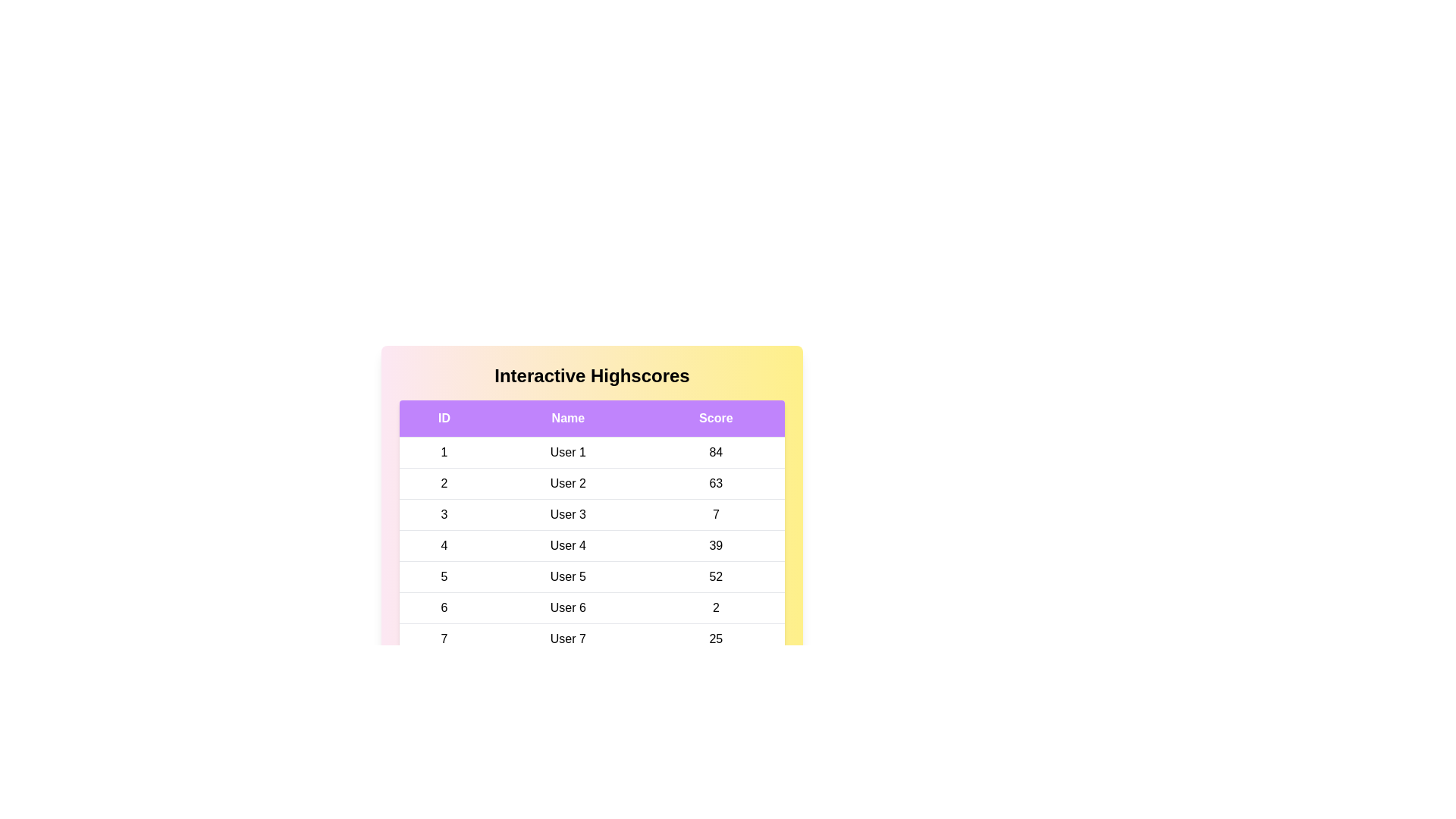 The image size is (1456, 819). Describe the element at coordinates (591, 452) in the screenshot. I see `the row corresponding to 1` at that location.